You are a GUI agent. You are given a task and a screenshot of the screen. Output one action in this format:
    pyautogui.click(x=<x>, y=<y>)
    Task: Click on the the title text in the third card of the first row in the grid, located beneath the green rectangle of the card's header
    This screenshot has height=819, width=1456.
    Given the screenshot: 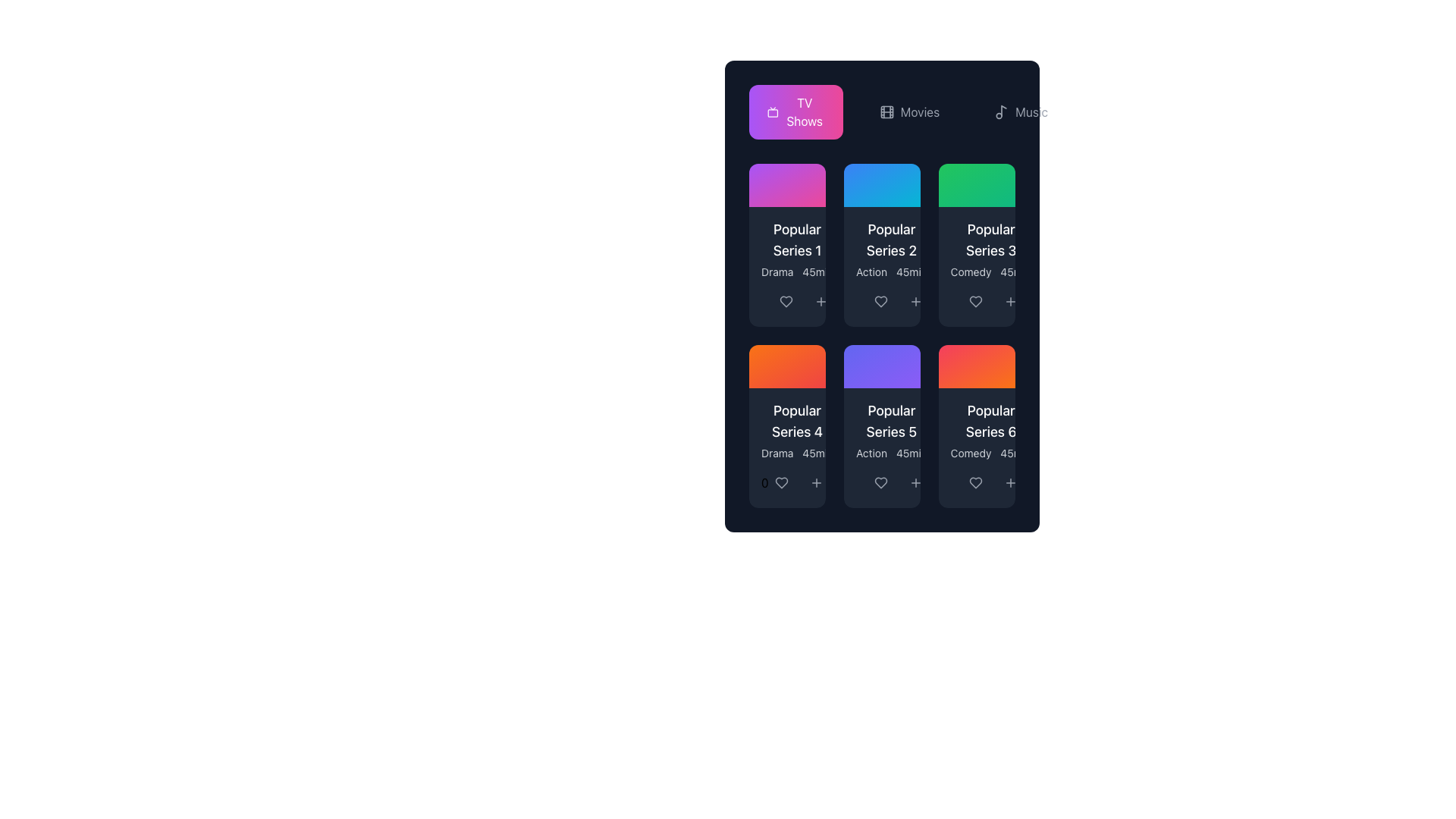 What is the action you would take?
    pyautogui.click(x=991, y=239)
    